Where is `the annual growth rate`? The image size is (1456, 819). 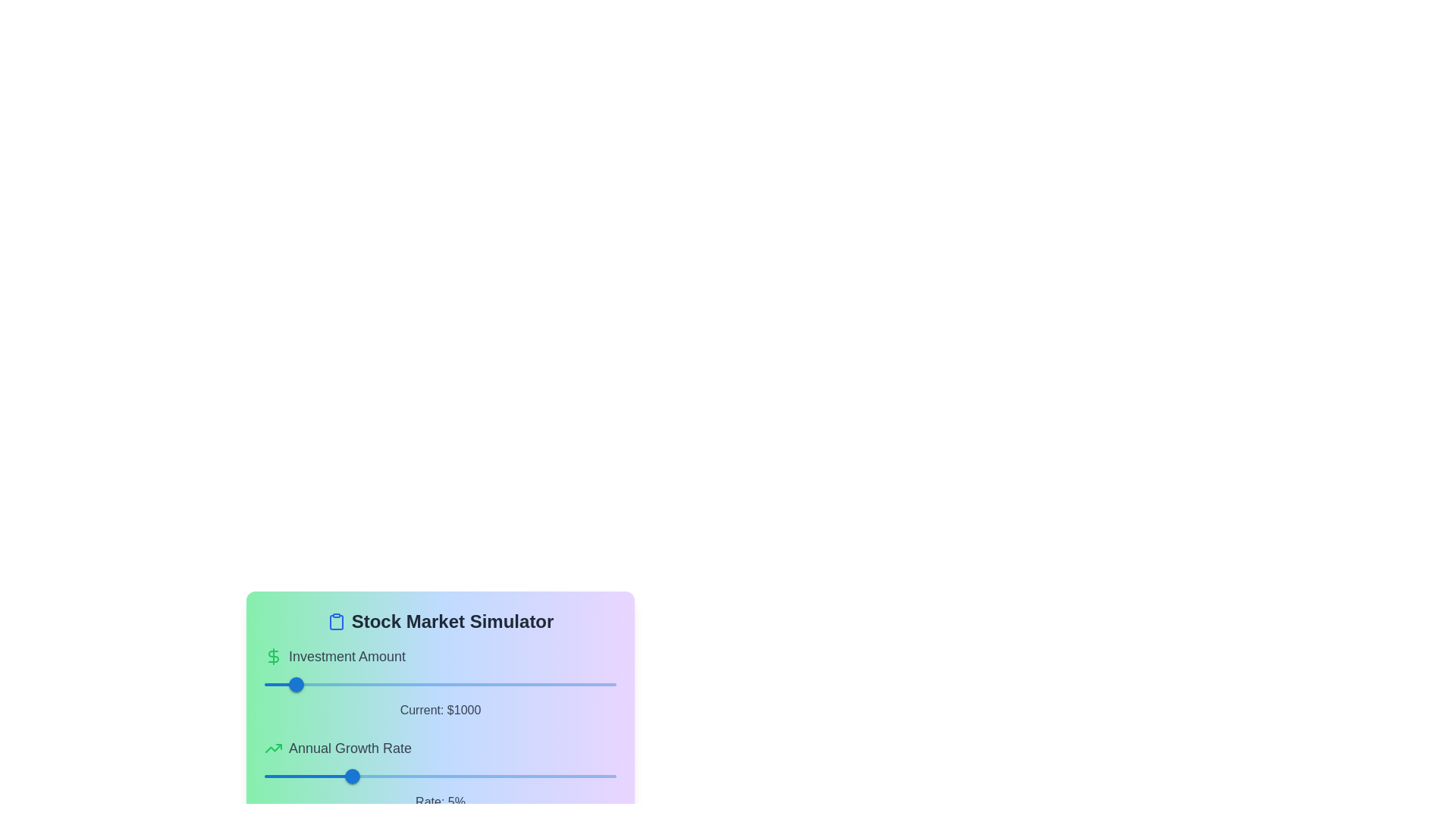
the annual growth rate is located at coordinates (521, 776).